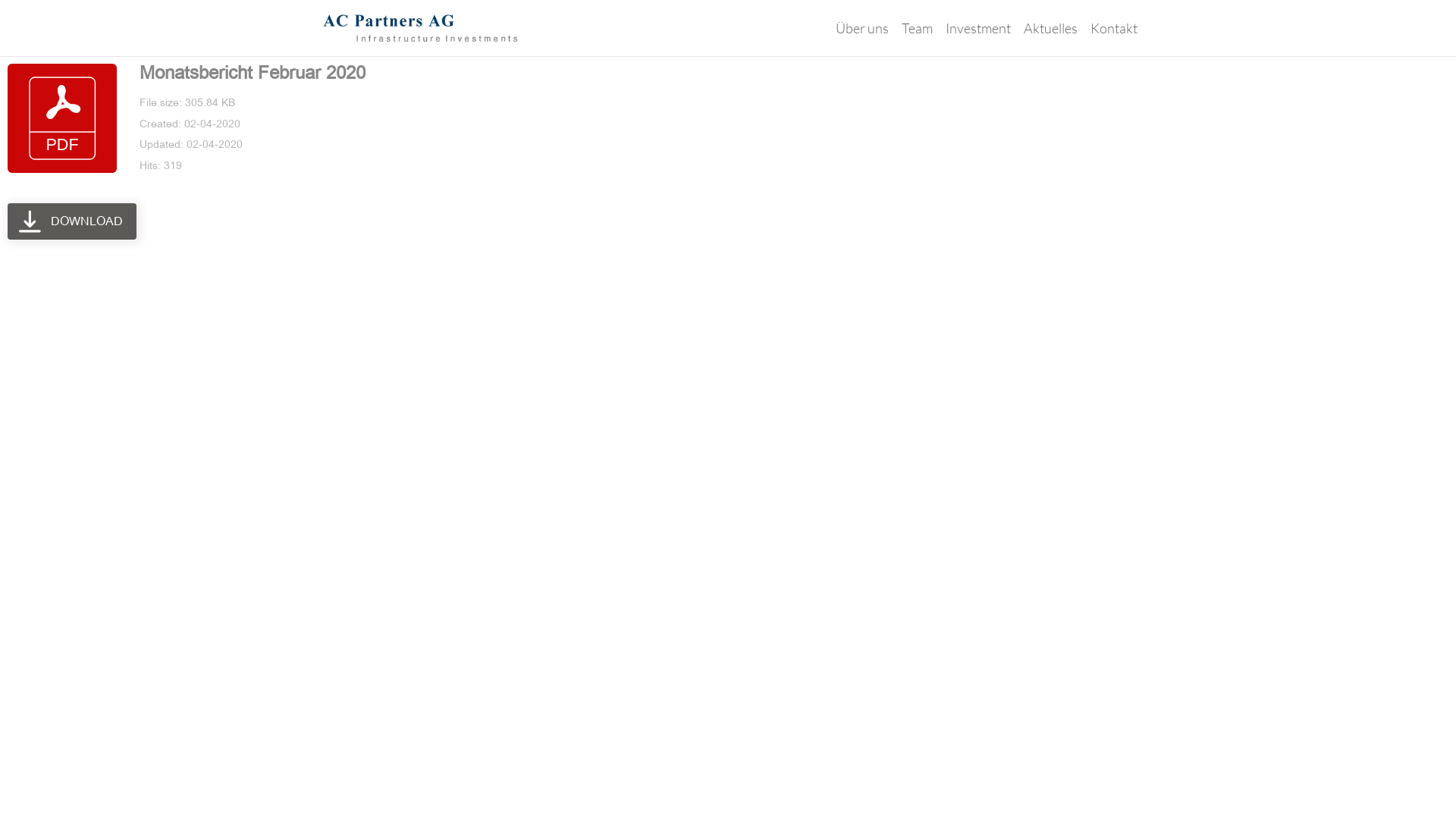 Image resolution: width=1456 pixels, height=819 pixels. Describe the element at coordinates (978, 38) in the screenshot. I see `'Investment'` at that location.